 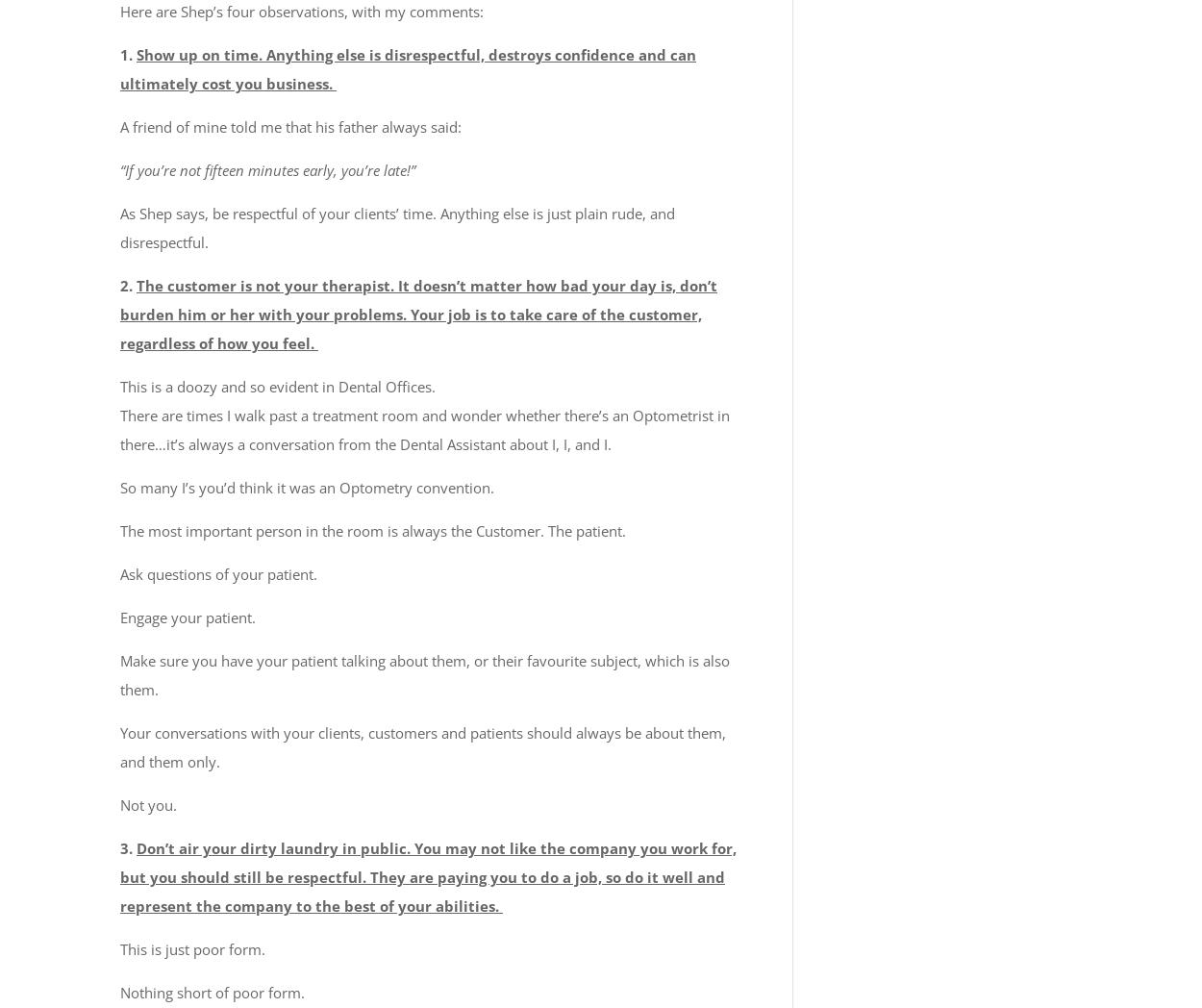 I want to click on 'This is just poor form.', so click(x=191, y=946).